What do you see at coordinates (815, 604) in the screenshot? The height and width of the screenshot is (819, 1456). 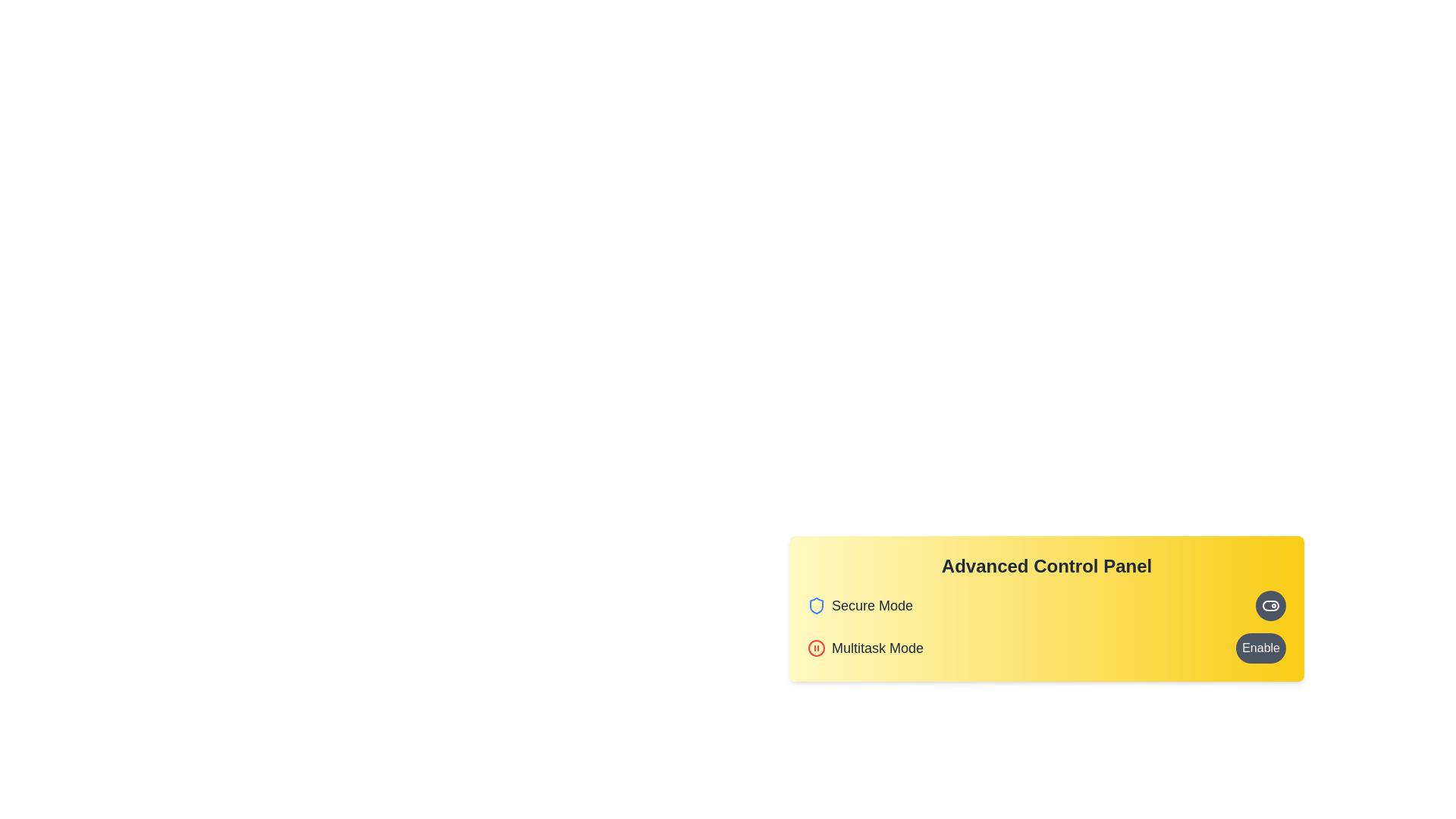 I see `the 'Secure Mode' icon located to the left of the 'Secure Mode' text label` at bounding box center [815, 604].